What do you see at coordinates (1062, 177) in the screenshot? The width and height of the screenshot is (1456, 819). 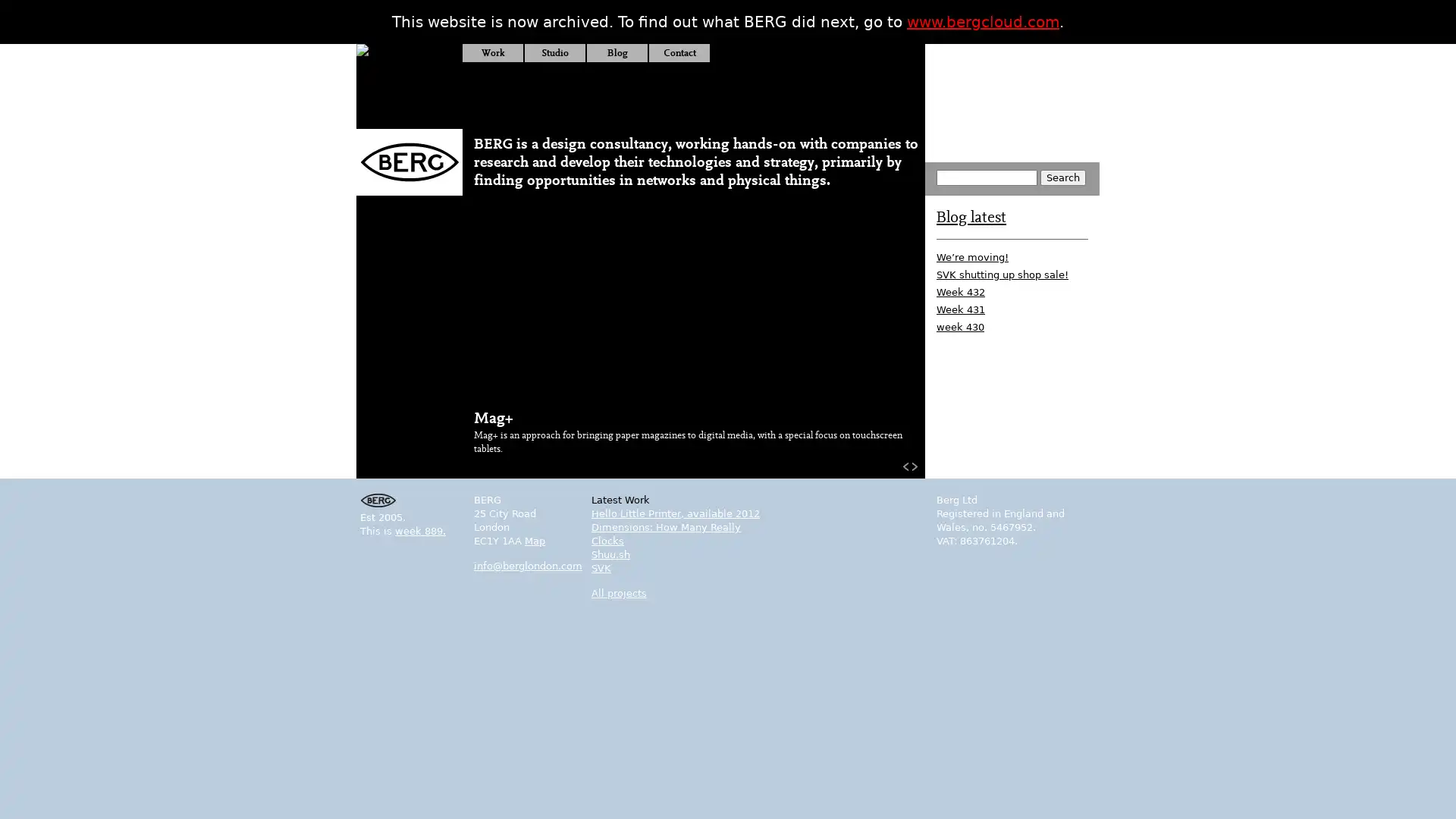 I see `Search` at bounding box center [1062, 177].